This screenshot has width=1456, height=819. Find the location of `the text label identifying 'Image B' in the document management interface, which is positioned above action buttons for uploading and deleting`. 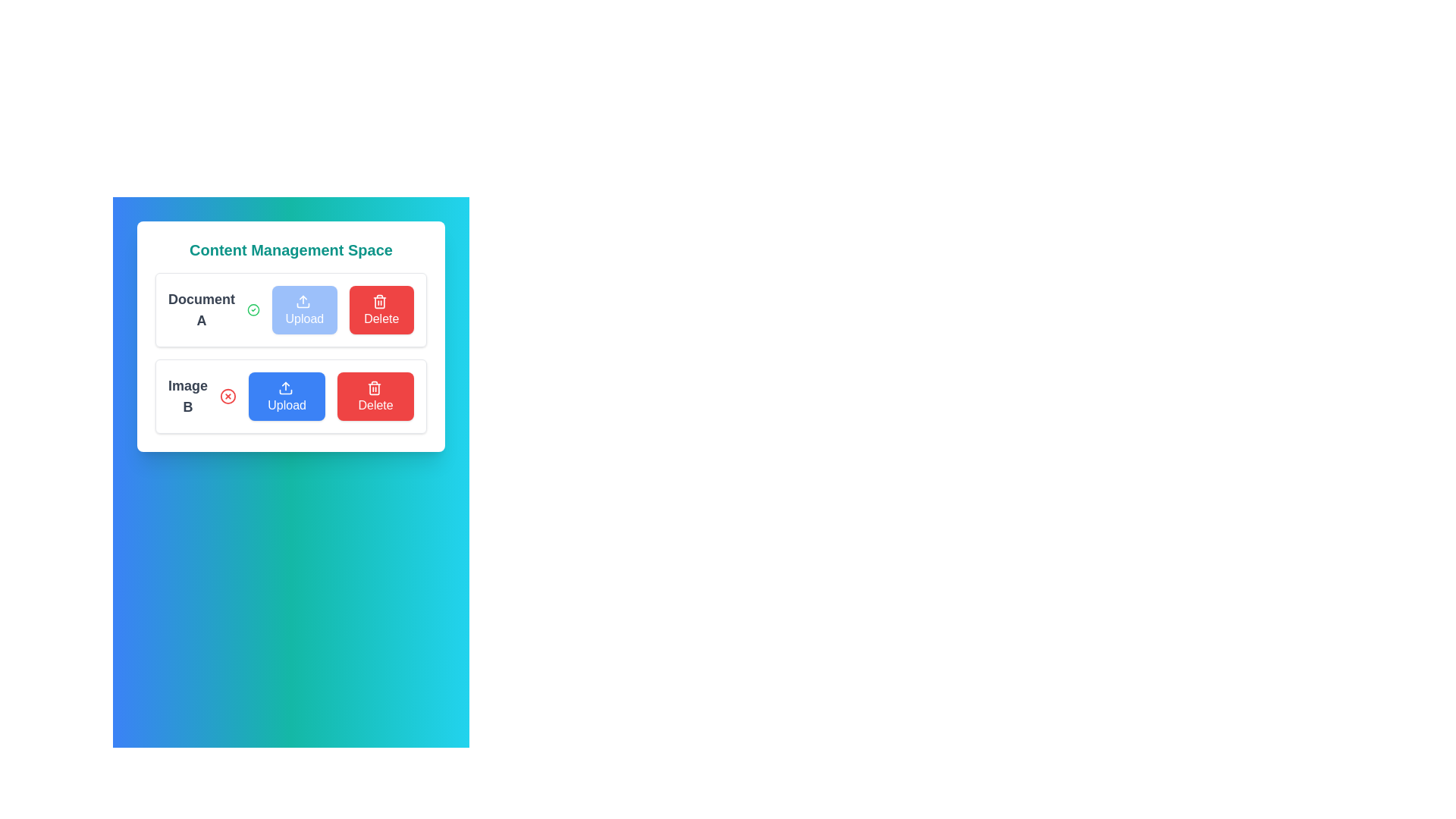

the text label identifying 'Image B' in the document management interface, which is positioned above action buttons for uploading and deleting is located at coordinates (187, 396).